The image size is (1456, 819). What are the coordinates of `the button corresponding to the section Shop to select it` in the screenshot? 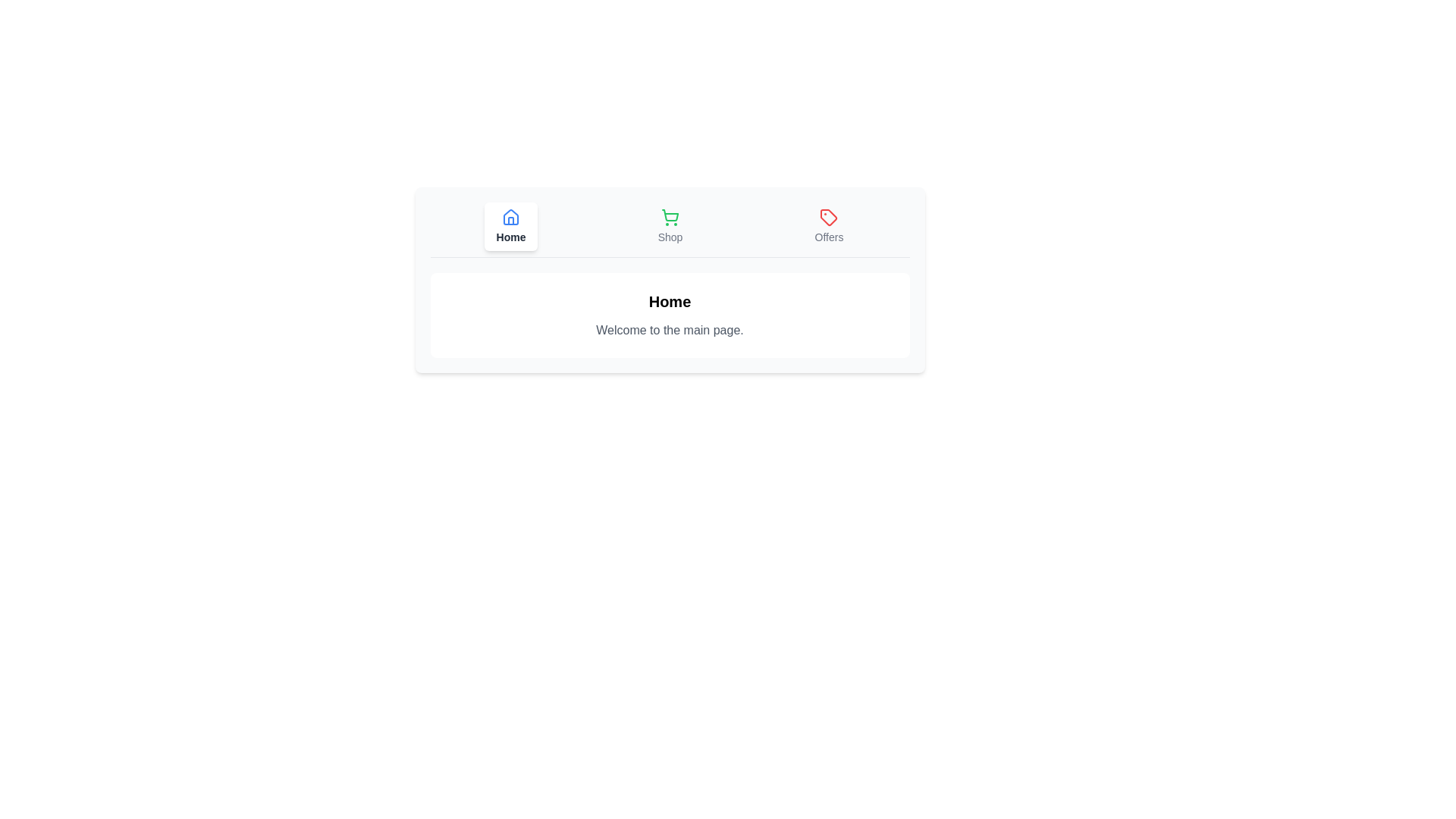 It's located at (669, 227).